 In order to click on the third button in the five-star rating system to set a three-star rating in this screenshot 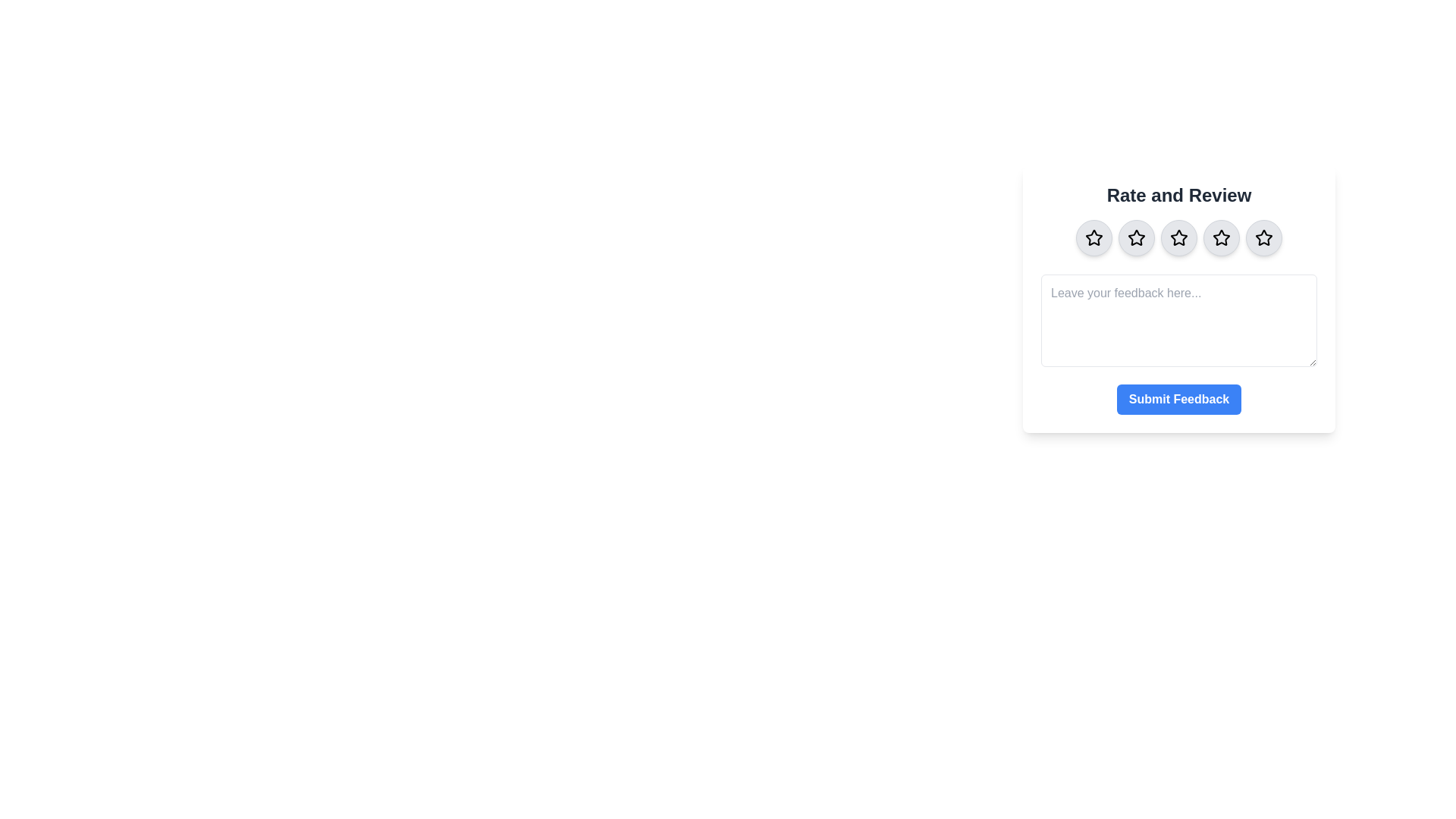, I will do `click(1178, 237)`.